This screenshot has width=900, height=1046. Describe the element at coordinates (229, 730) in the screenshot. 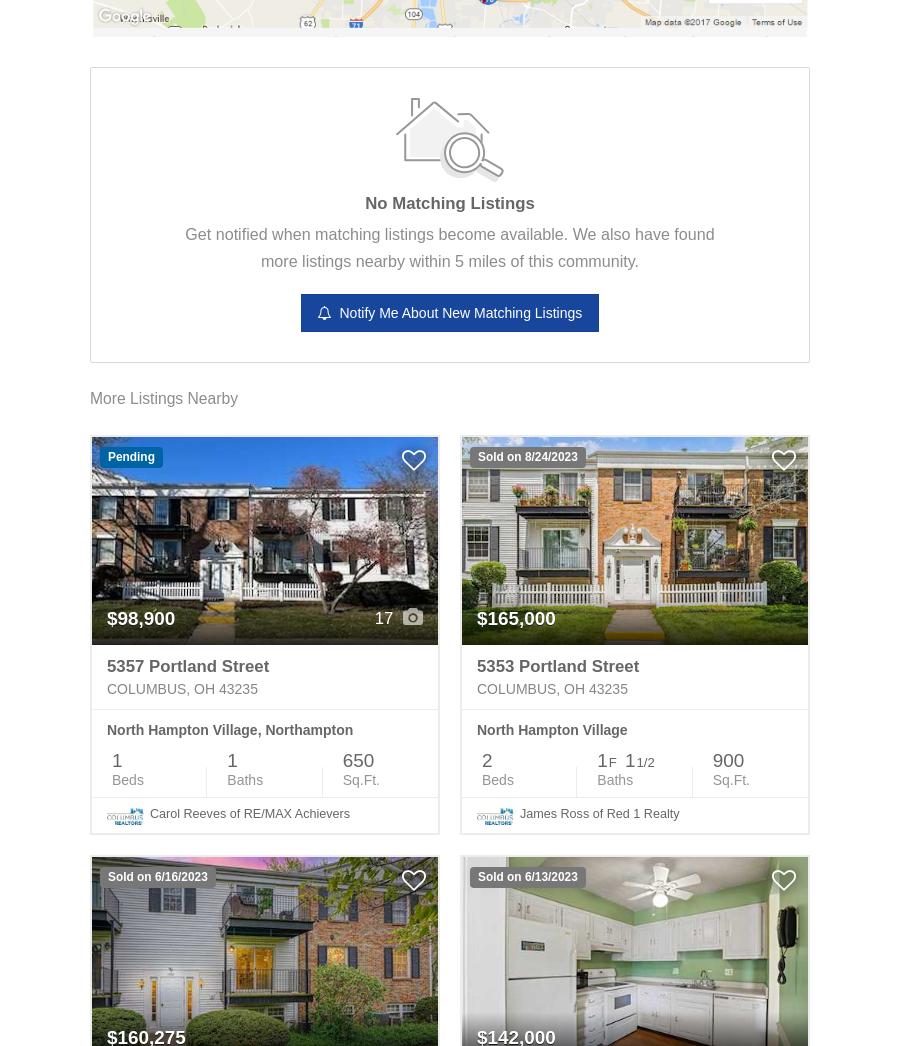

I see `'North Hampton Village, Northampton'` at that location.